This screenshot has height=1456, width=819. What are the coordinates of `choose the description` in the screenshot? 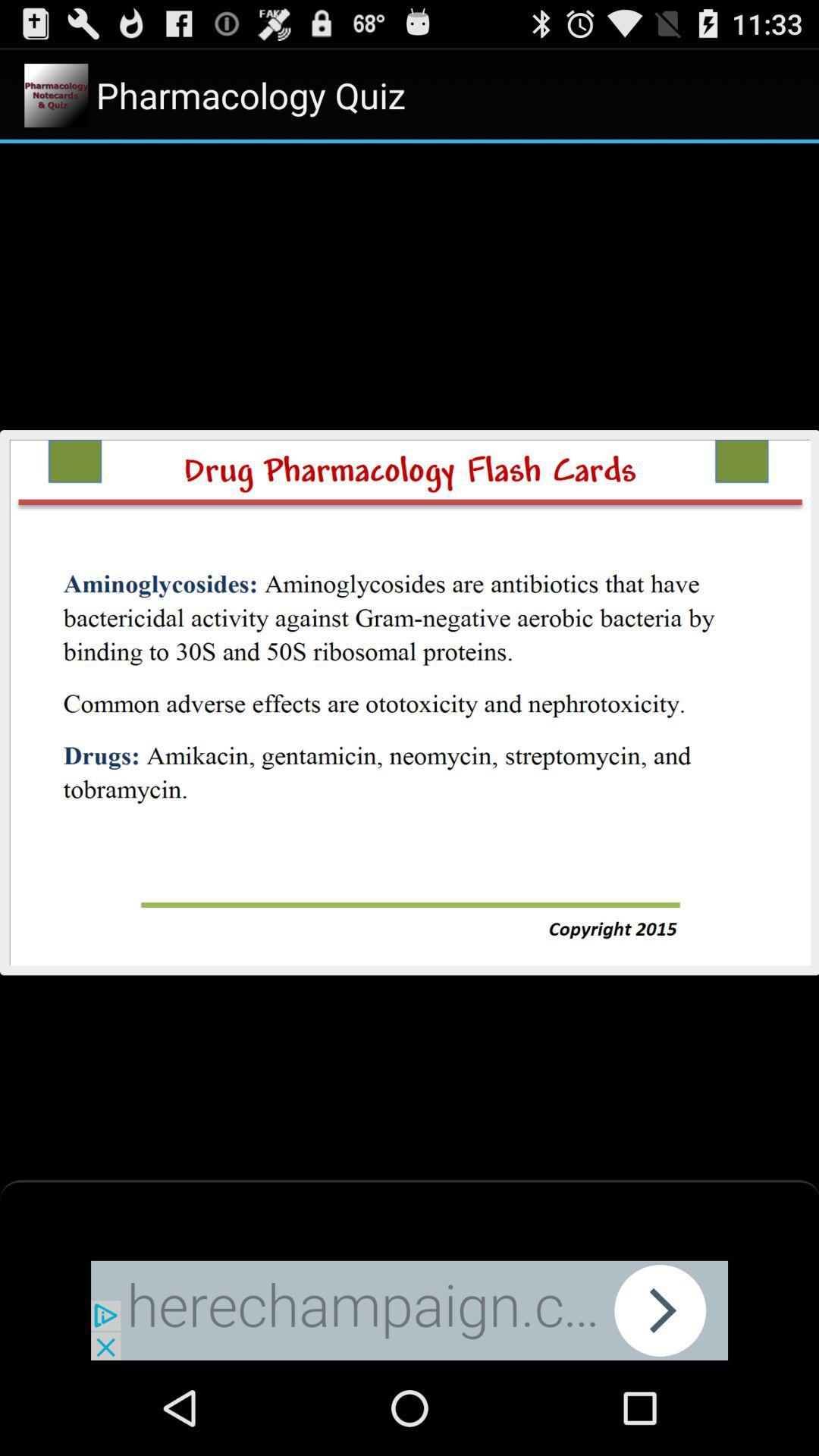 It's located at (409, 701).